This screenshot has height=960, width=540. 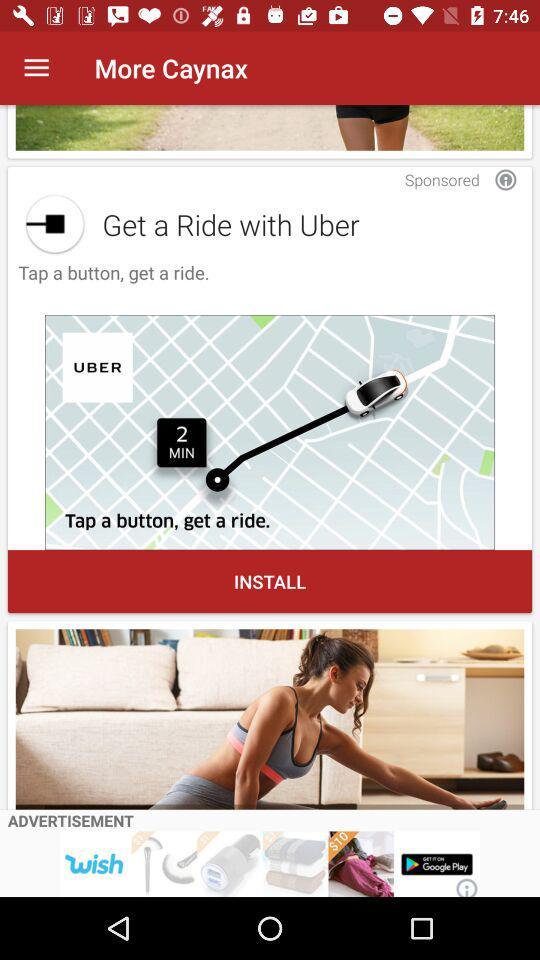 I want to click on advertisement, so click(x=270, y=719).